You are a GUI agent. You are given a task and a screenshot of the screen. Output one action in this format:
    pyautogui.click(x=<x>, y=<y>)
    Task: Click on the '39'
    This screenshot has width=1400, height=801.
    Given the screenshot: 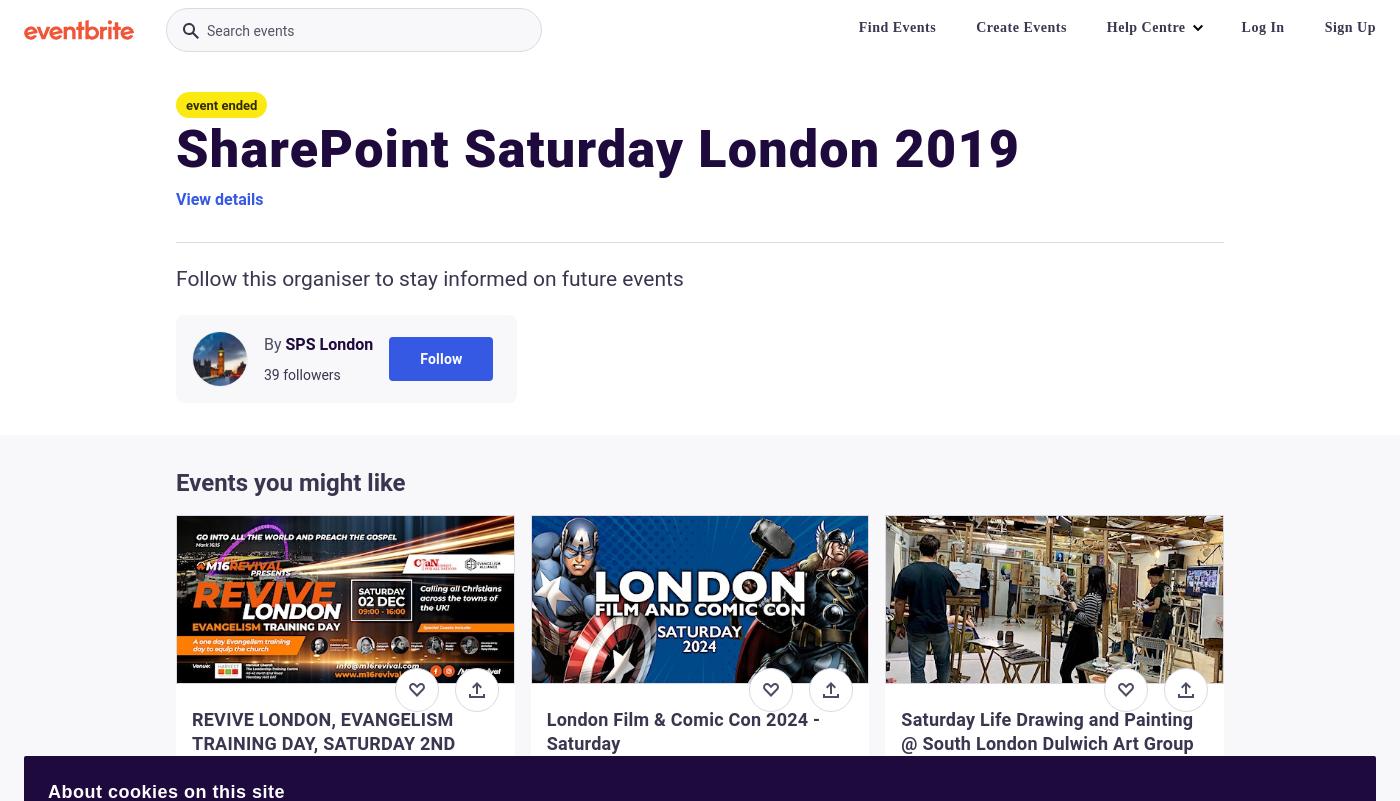 What is the action you would take?
    pyautogui.click(x=271, y=375)
    